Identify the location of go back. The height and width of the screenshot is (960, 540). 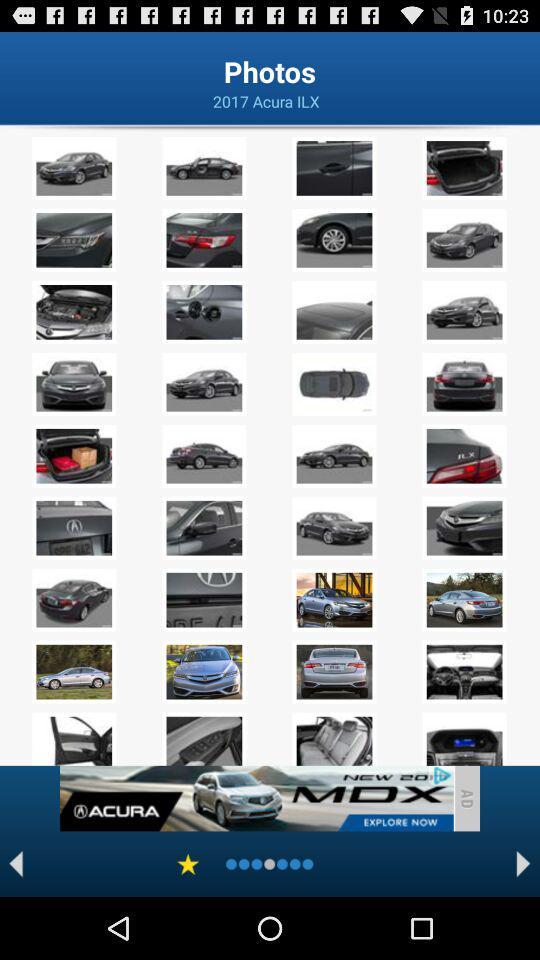
(15, 863).